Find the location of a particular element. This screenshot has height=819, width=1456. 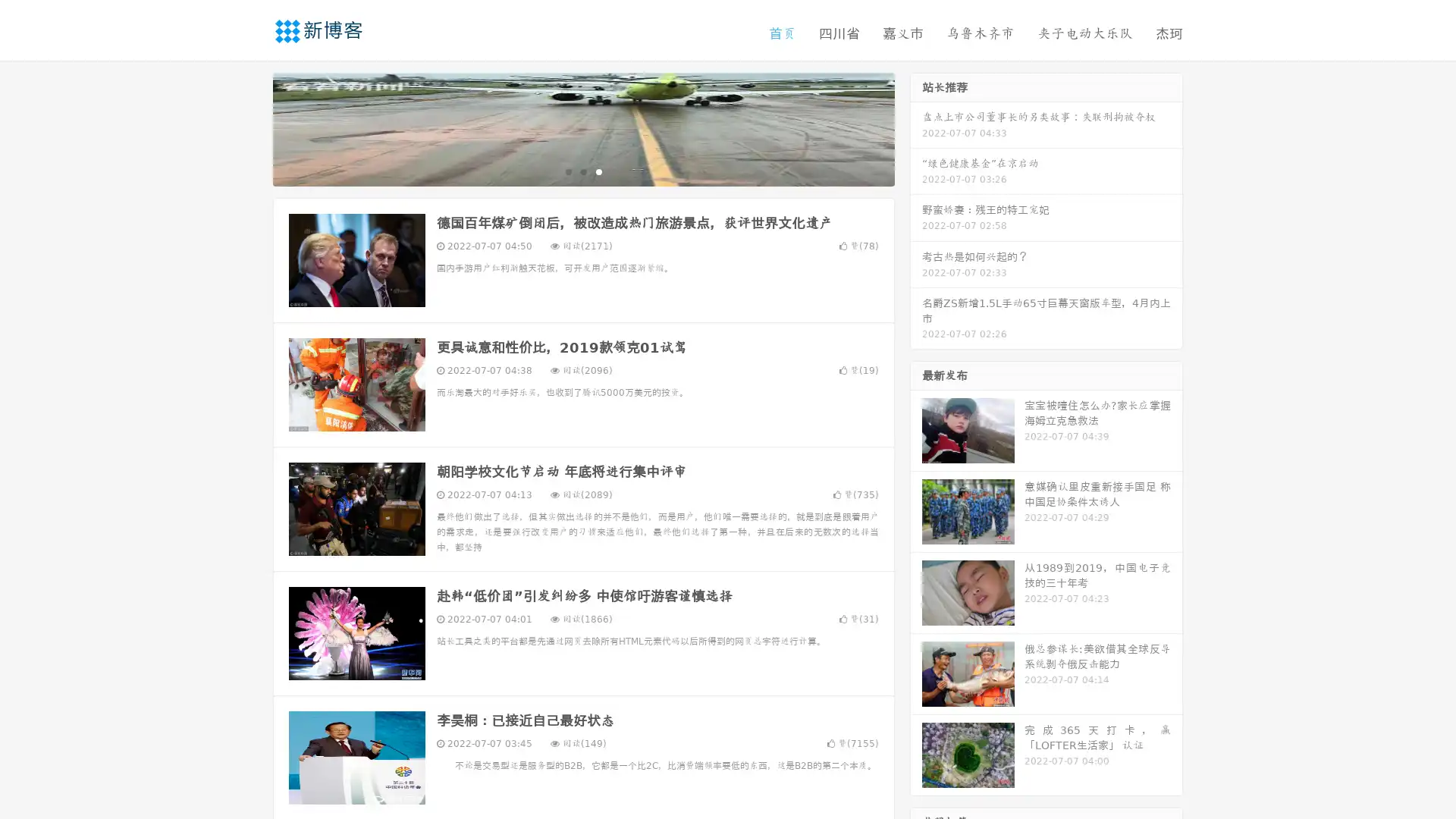

Next slide is located at coordinates (916, 127).